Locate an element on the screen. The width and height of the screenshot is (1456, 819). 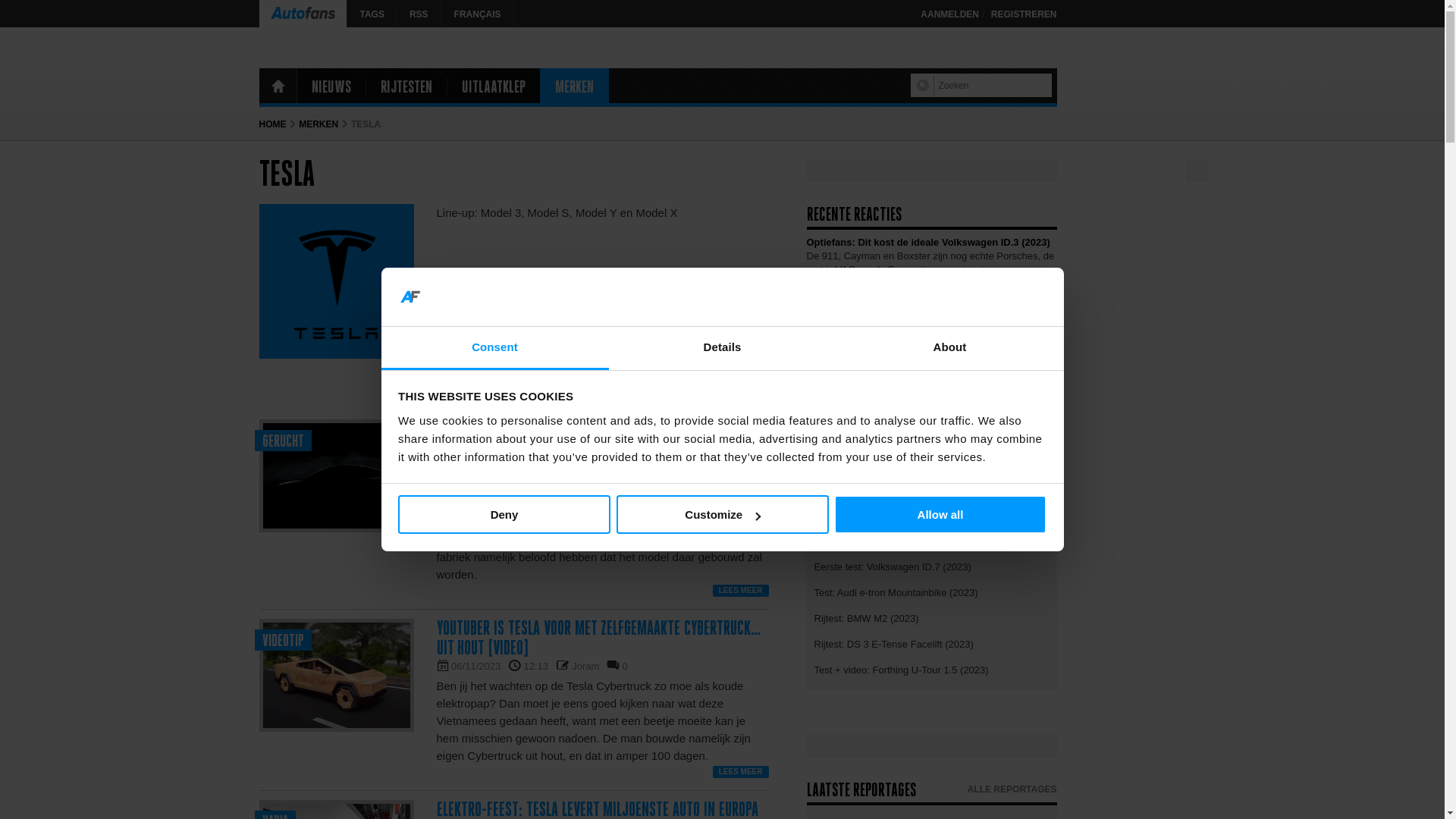
'HOME' is located at coordinates (278, 85).